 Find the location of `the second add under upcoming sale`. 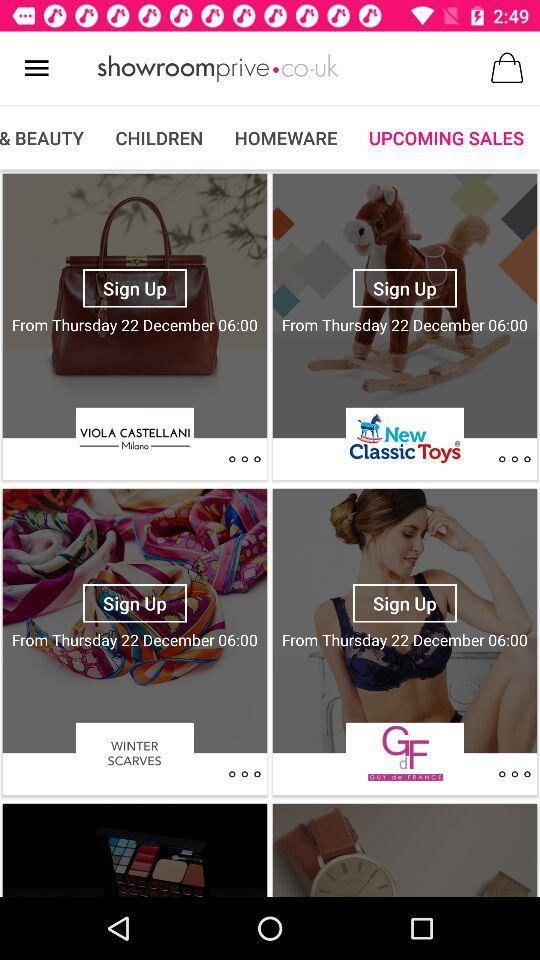

the second add under upcoming sale is located at coordinates (405, 327).